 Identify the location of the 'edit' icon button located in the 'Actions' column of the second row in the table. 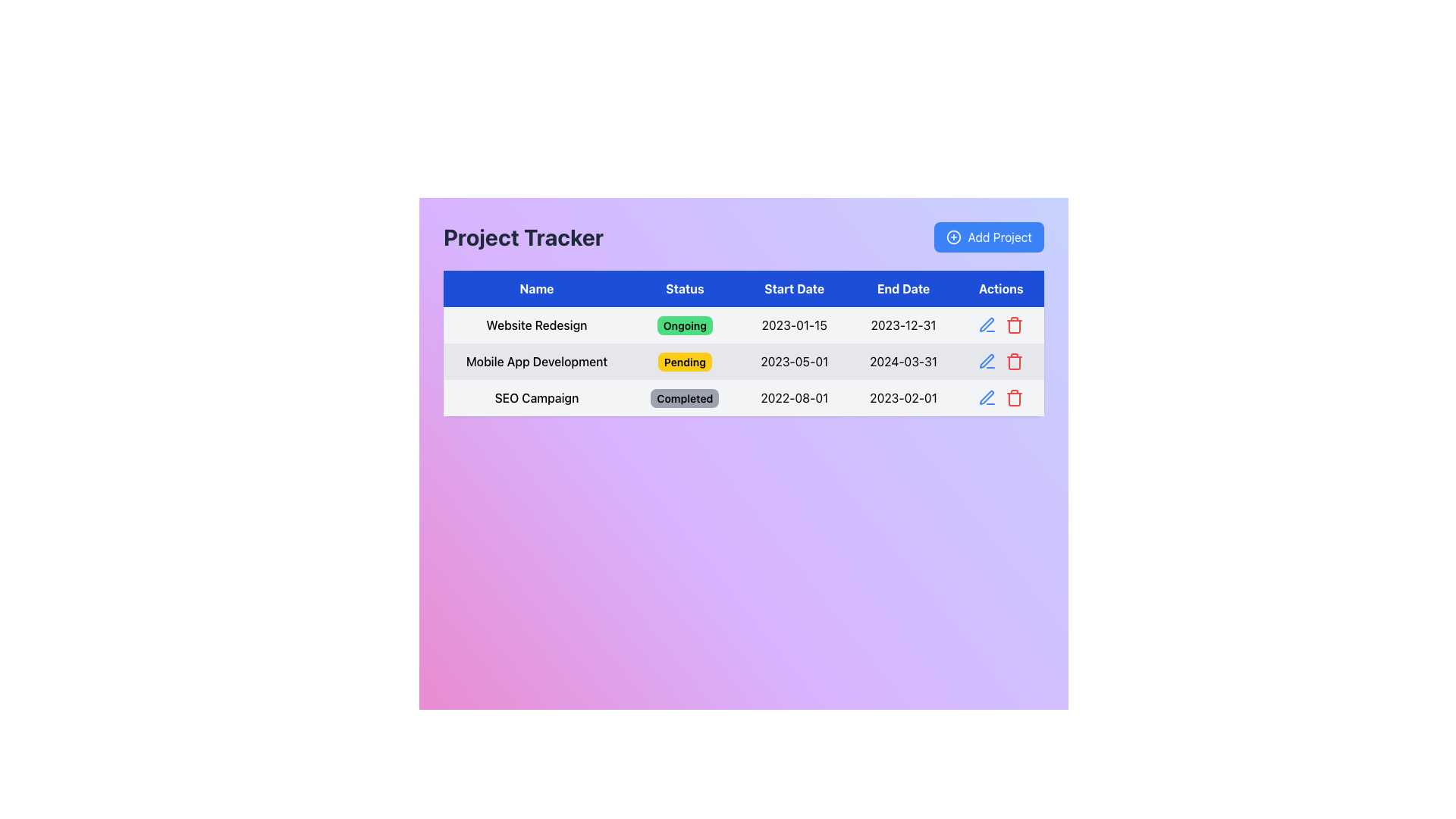
(987, 362).